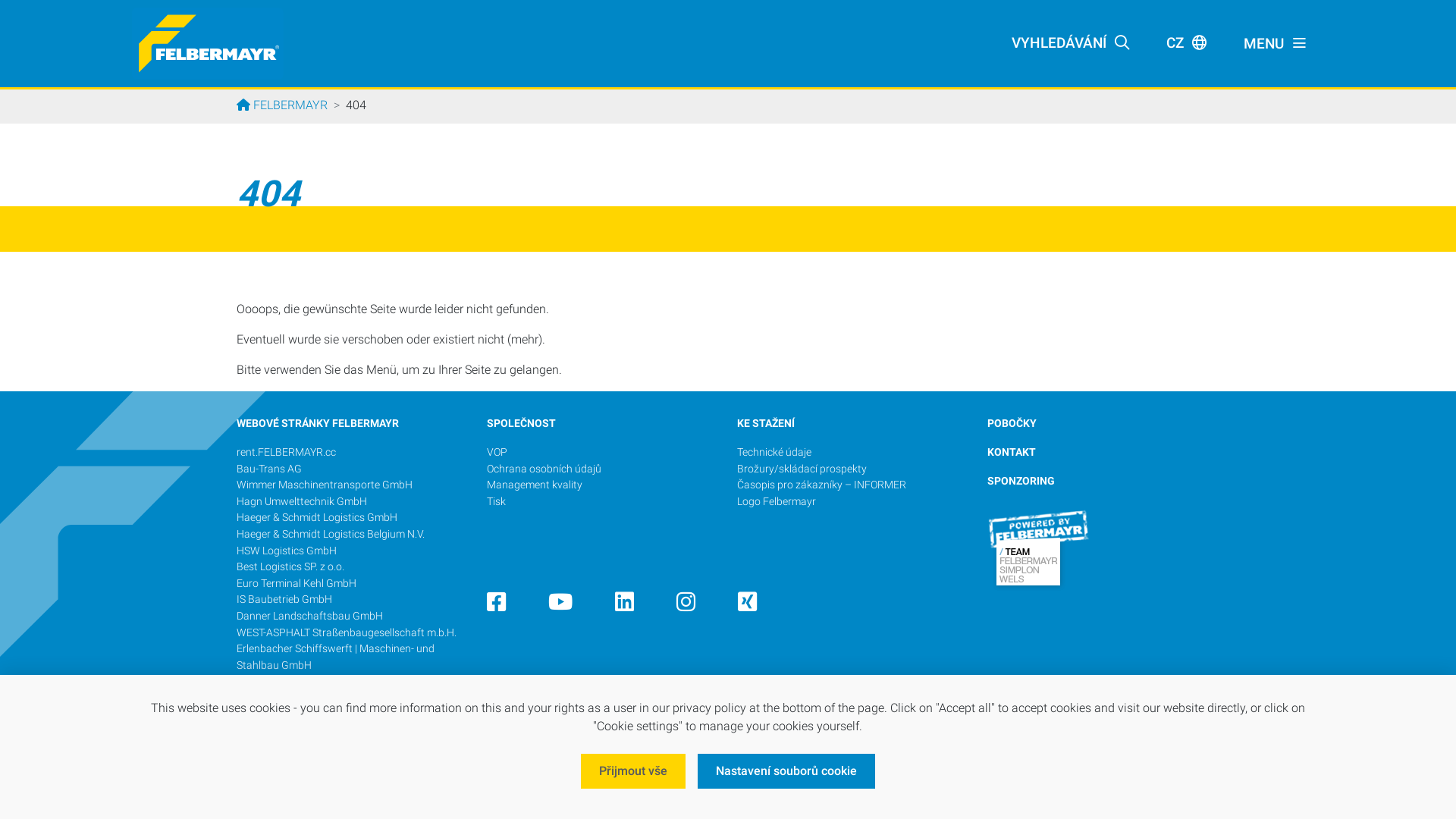 This screenshot has height=819, width=1456. I want to click on 'Wimmer Maschinentransporte GmbH', so click(323, 485).